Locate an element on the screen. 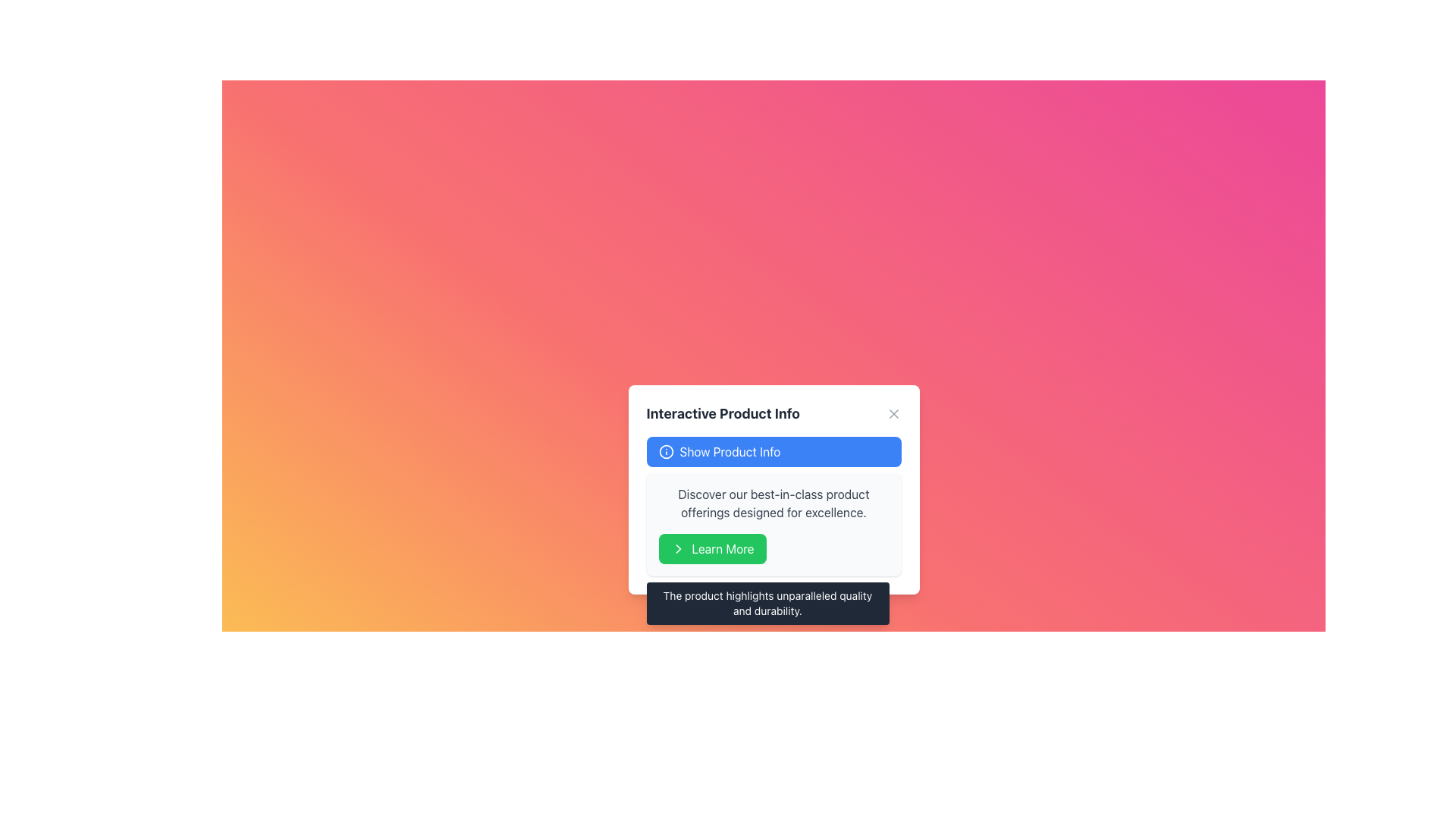 This screenshot has width=1456, height=819. the 'information' icon within the blue circular background located to the left of the 'Show Product Info' button is located at coordinates (666, 451).